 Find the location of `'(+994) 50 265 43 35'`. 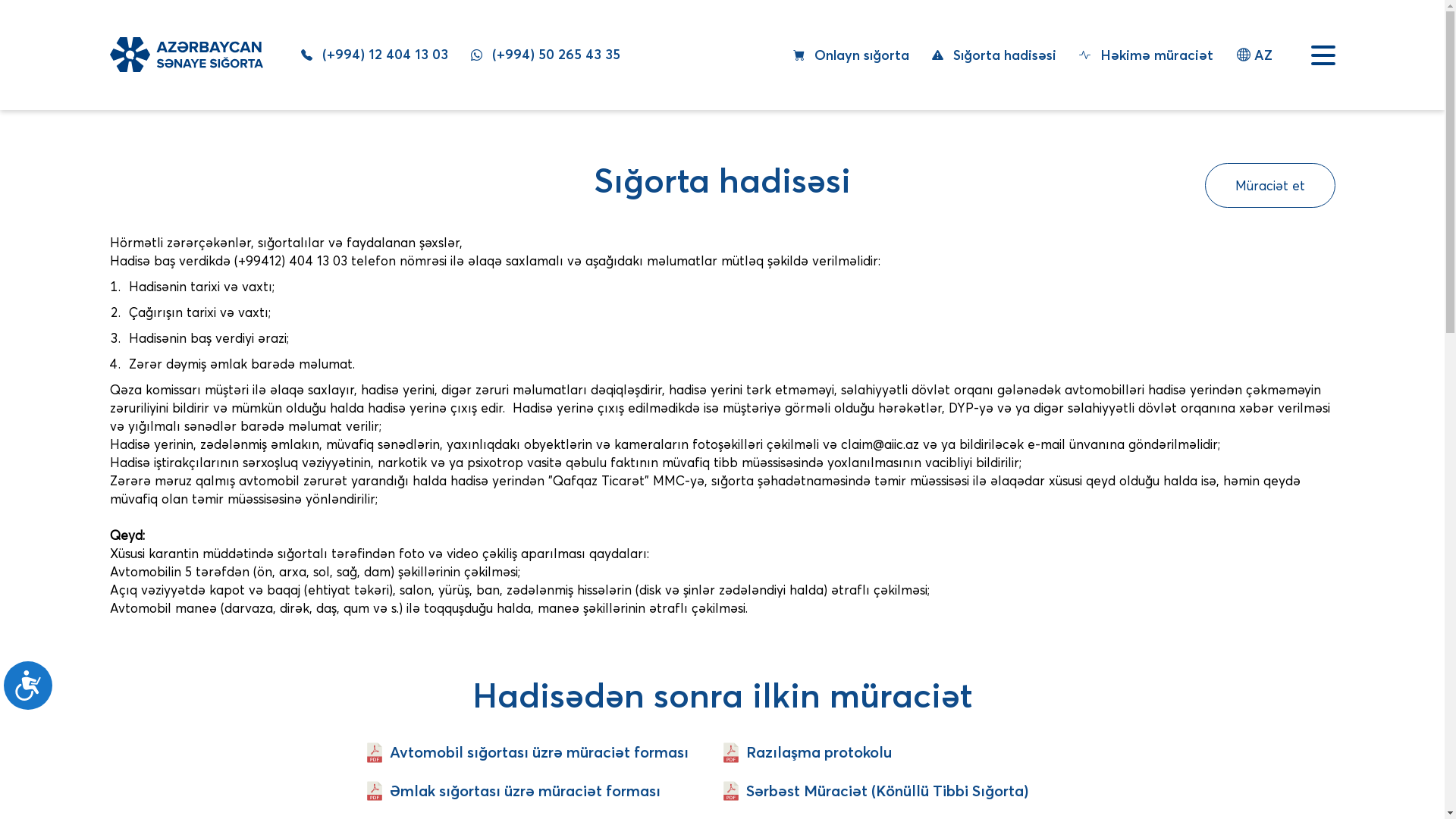

'(+994) 50 265 43 35' is located at coordinates (469, 54).